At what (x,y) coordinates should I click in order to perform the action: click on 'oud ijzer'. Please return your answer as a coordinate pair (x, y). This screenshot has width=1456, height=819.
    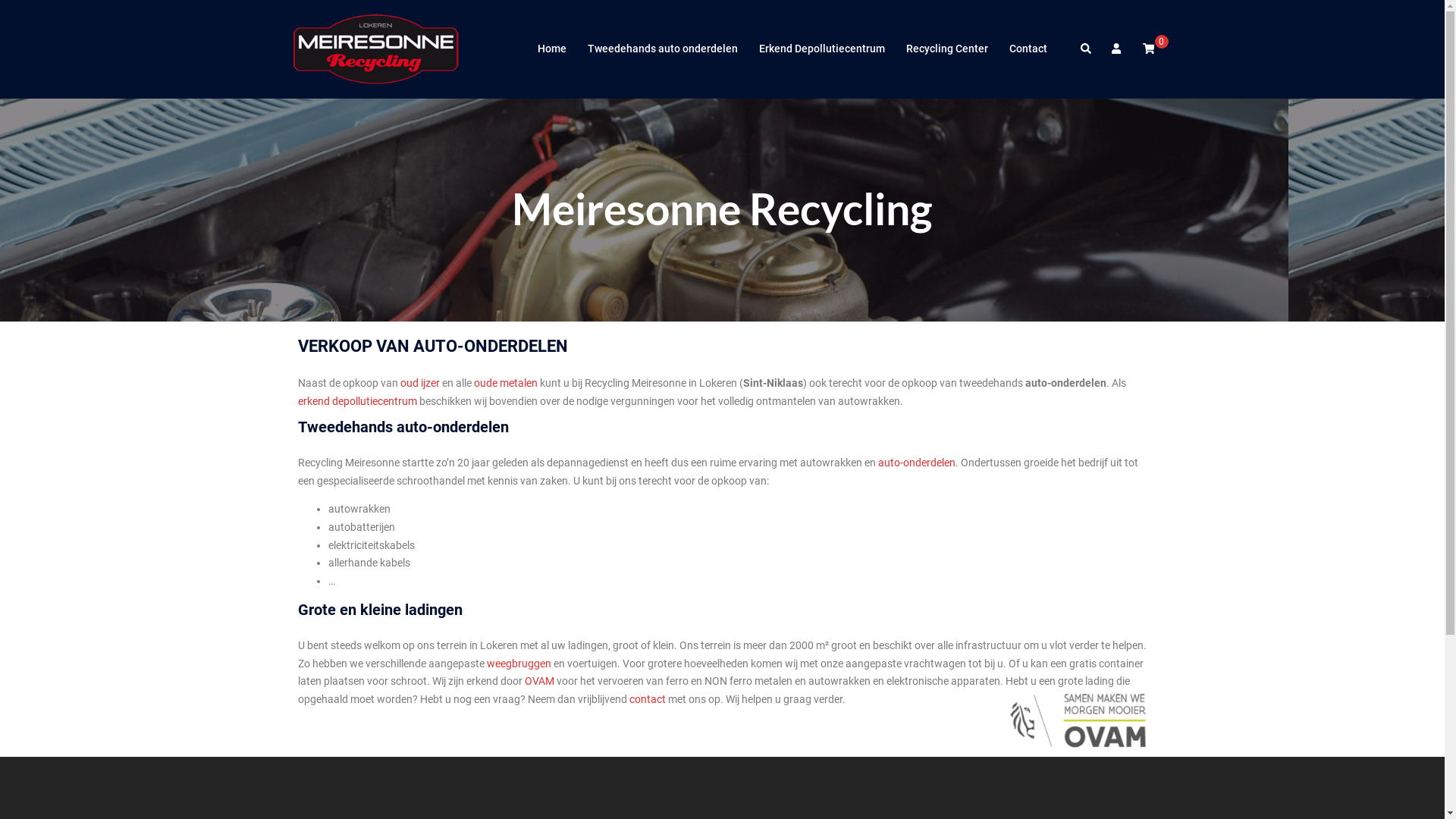
    Looking at the image, I should click on (419, 382).